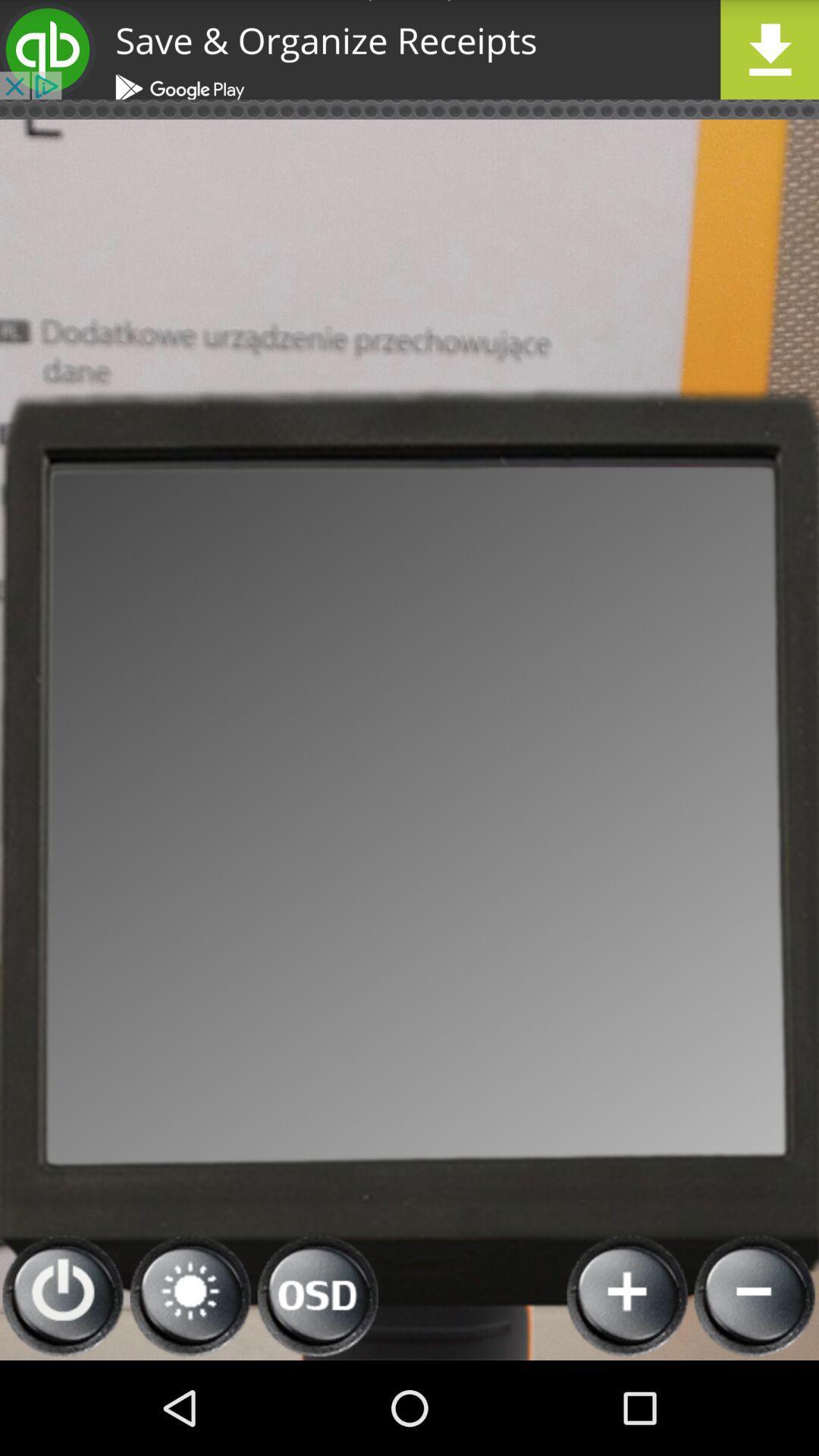 This screenshot has height=1456, width=819. What do you see at coordinates (190, 1295) in the screenshot?
I see `brightness option` at bounding box center [190, 1295].